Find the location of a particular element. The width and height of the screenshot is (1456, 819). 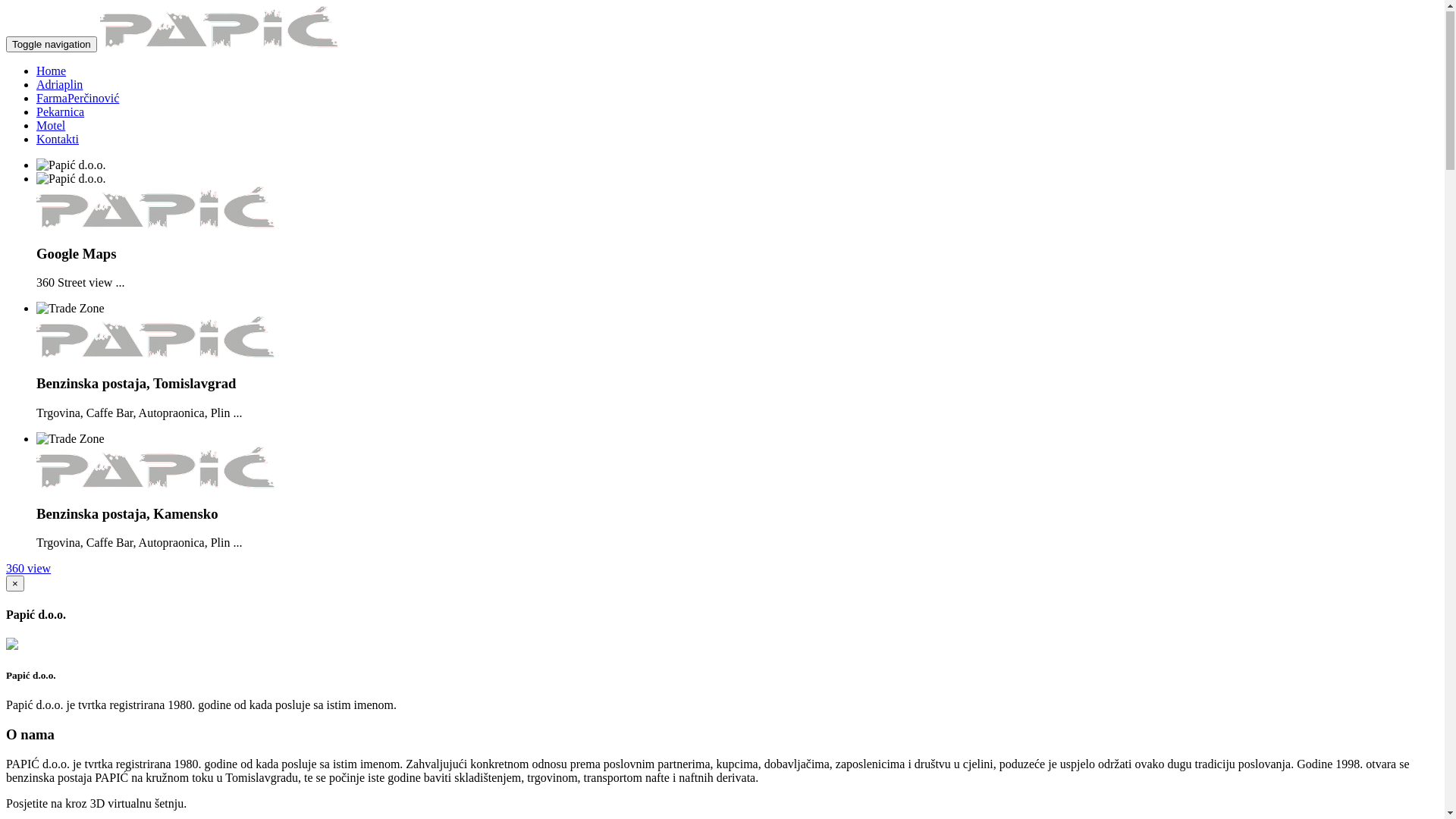

'Motel' is located at coordinates (51, 125).